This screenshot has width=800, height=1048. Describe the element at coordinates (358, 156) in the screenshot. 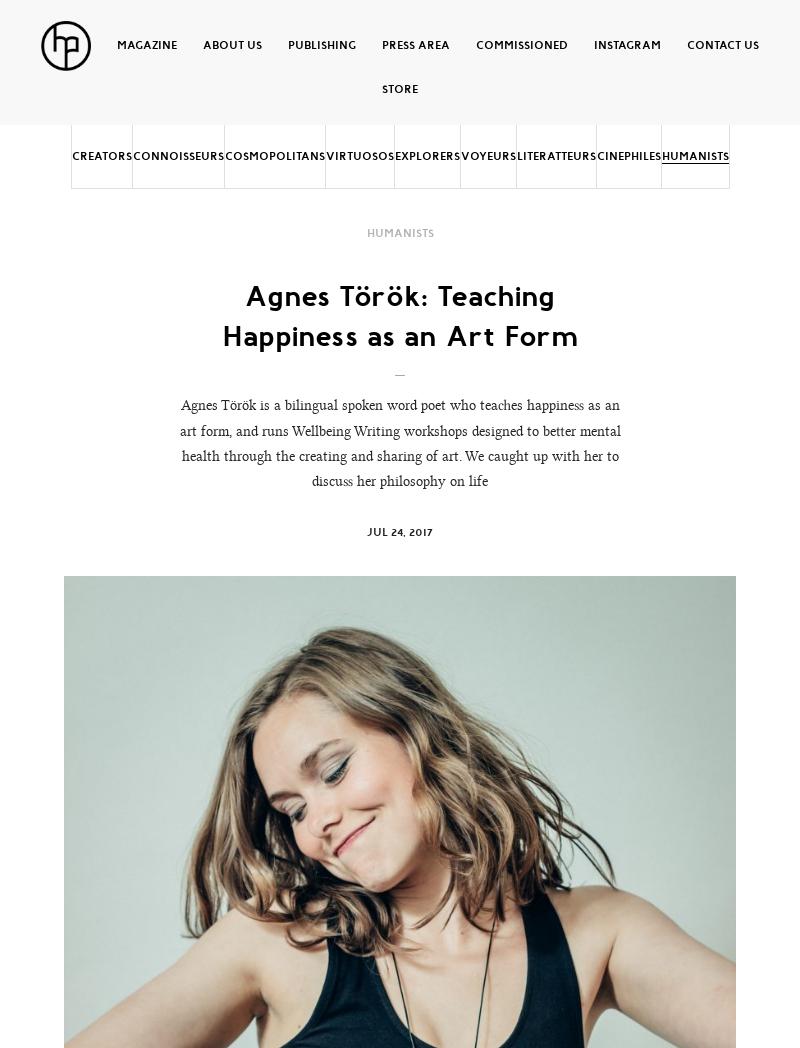

I see `'Virtuosos'` at that location.